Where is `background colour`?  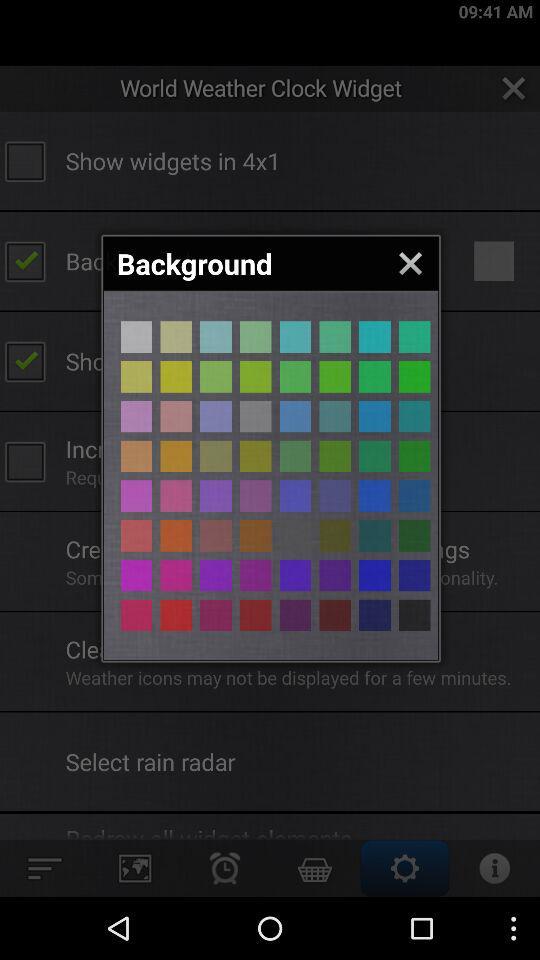 background colour is located at coordinates (135, 456).